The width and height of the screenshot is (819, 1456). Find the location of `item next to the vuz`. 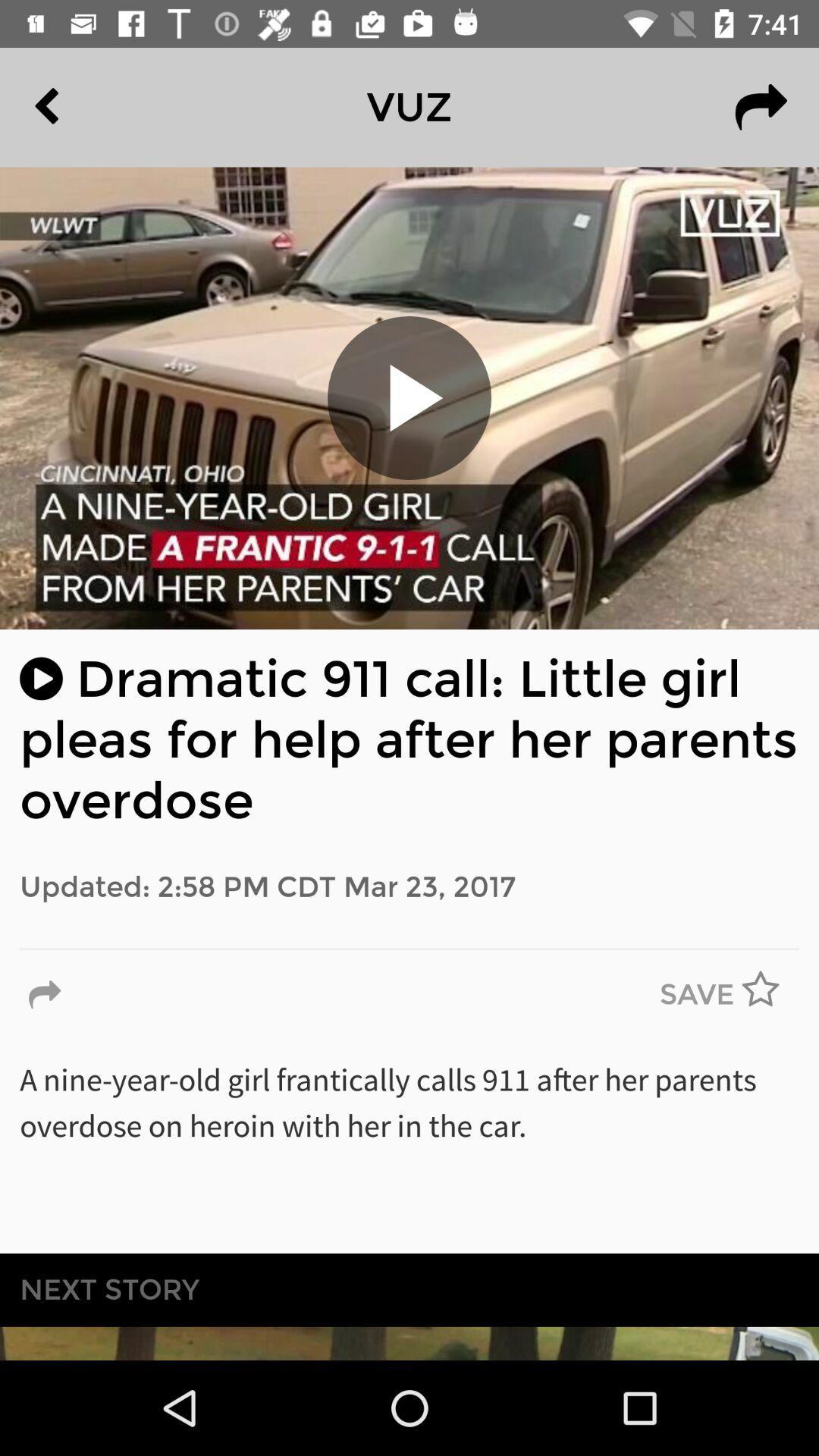

item next to the vuz is located at coordinates (761, 106).